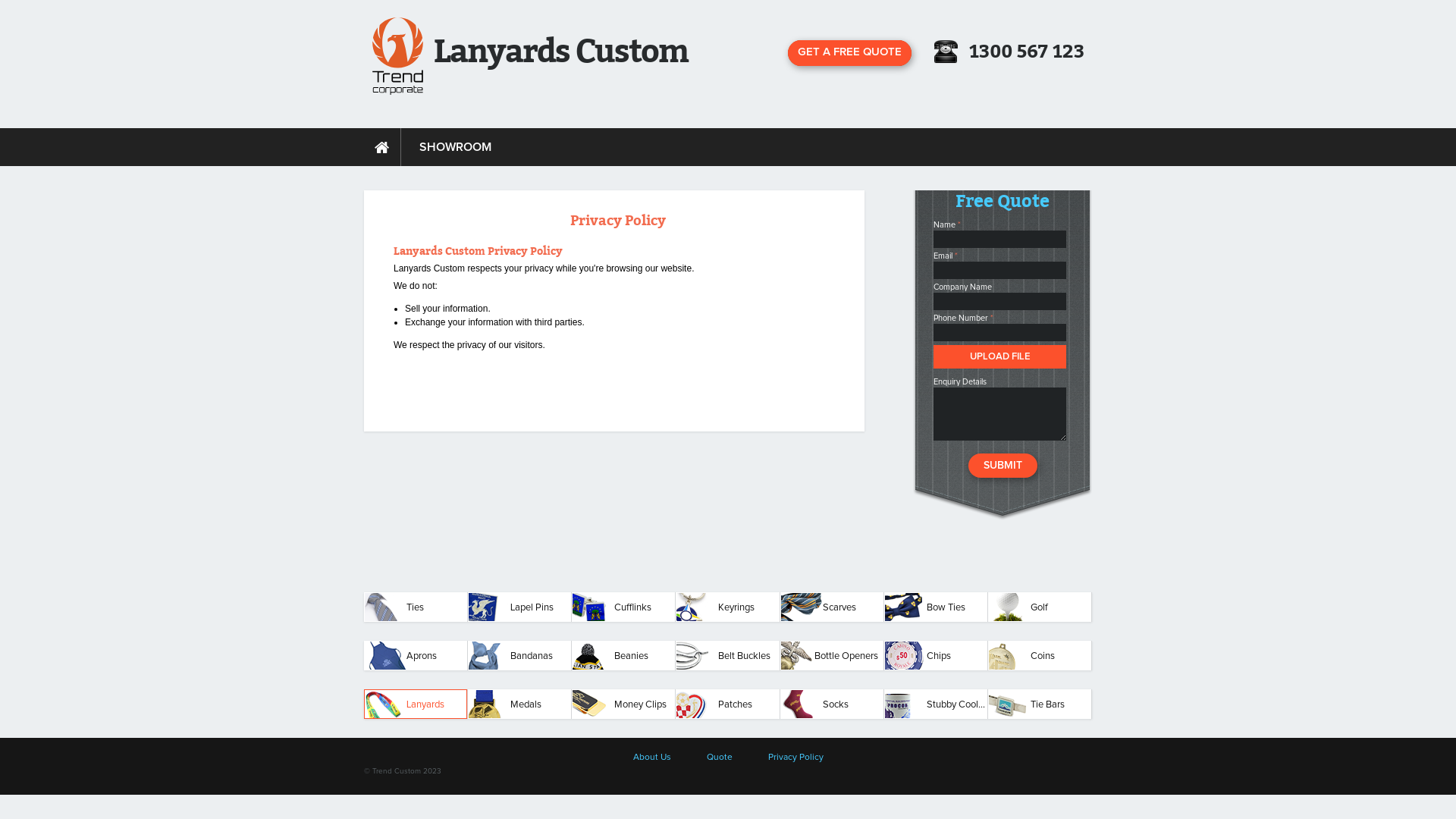 The height and width of the screenshot is (819, 1456). What do you see at coordinates (415, 704) in the screenshot?
I see `'Lanyards'` at bounding box center [415, 704].